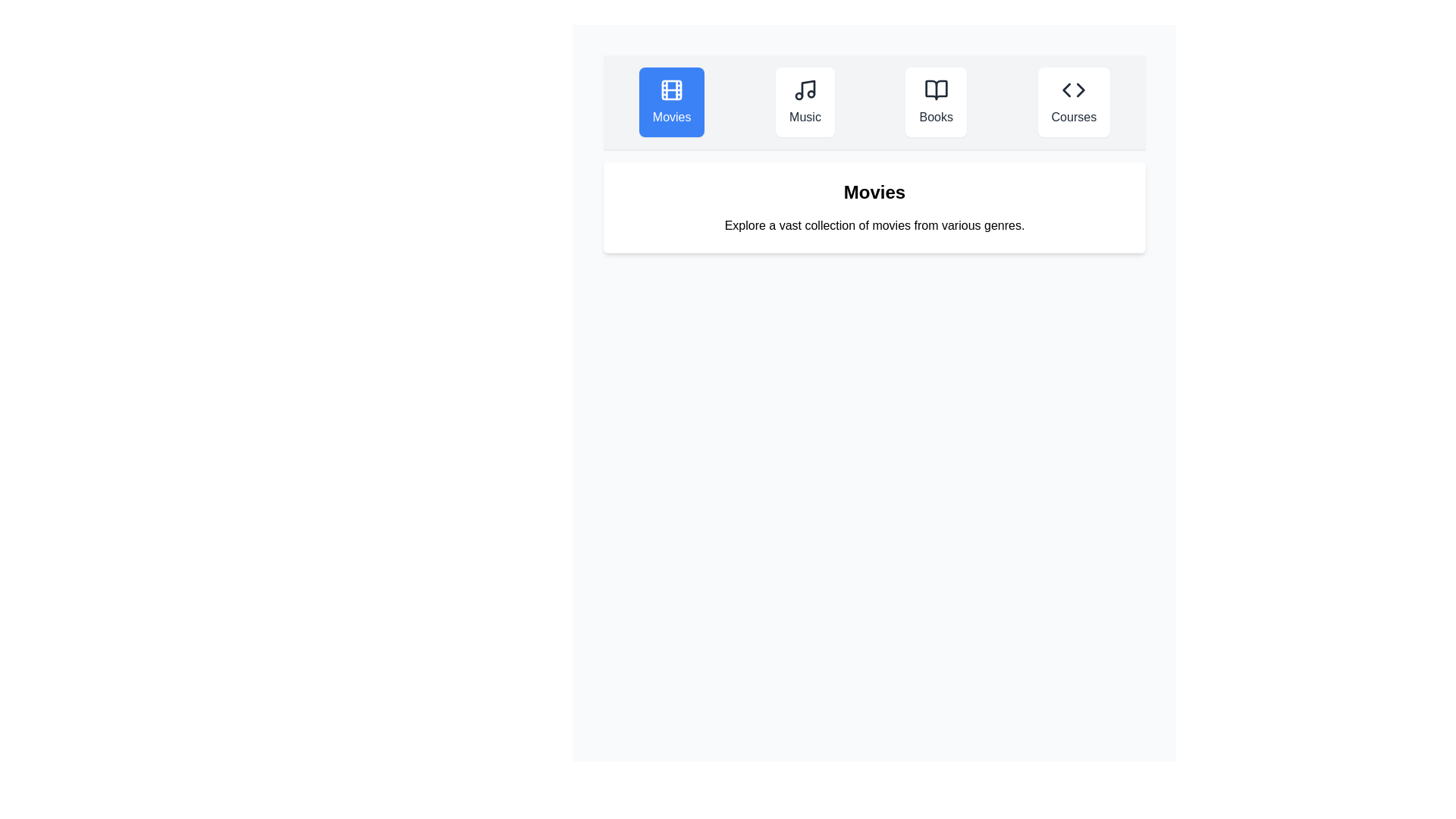 This screenshot has width=1456, height=819. What do you see at coordinates (935, 102) in the screenshot?
I see `the Books tab to observe its hover effect` at bounding box center [935, 102].